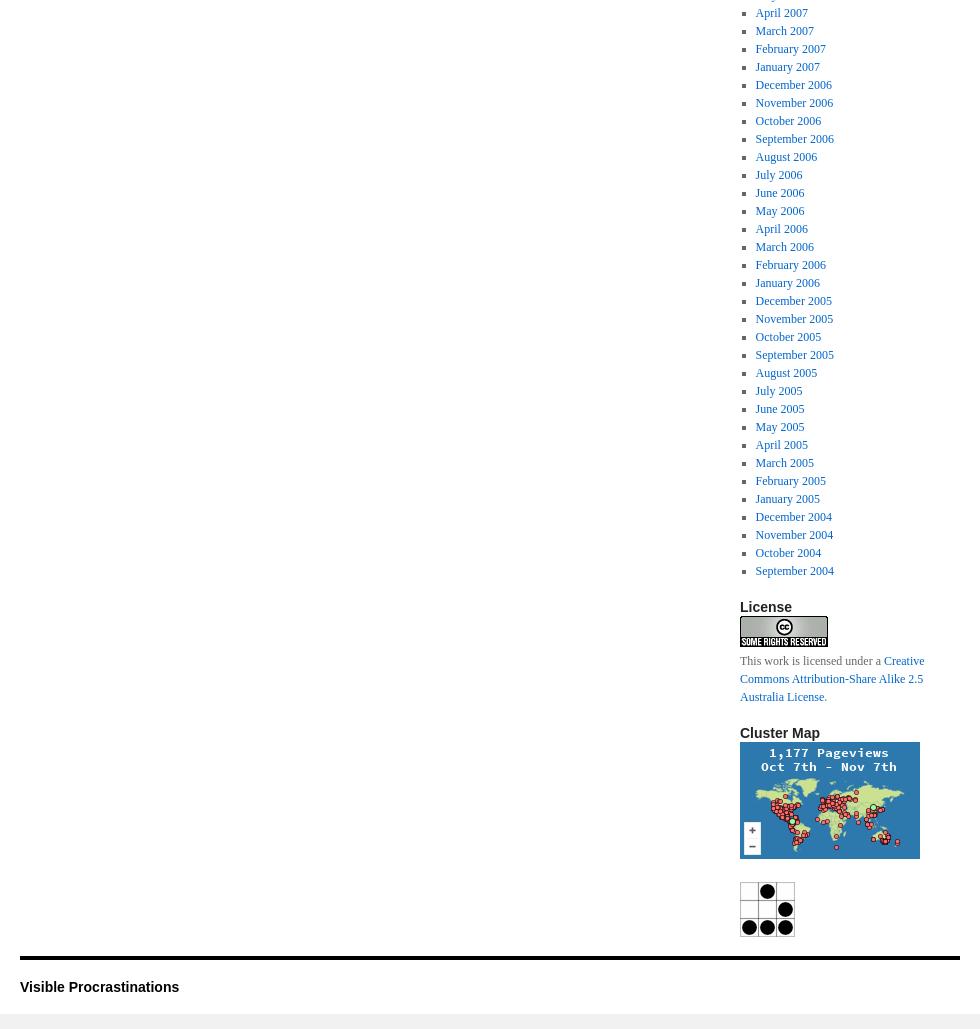 The image size is (980, 1029). Describe the element at coordinates (793, 318) in the screenshot. I see `'November 2005'` at that location.